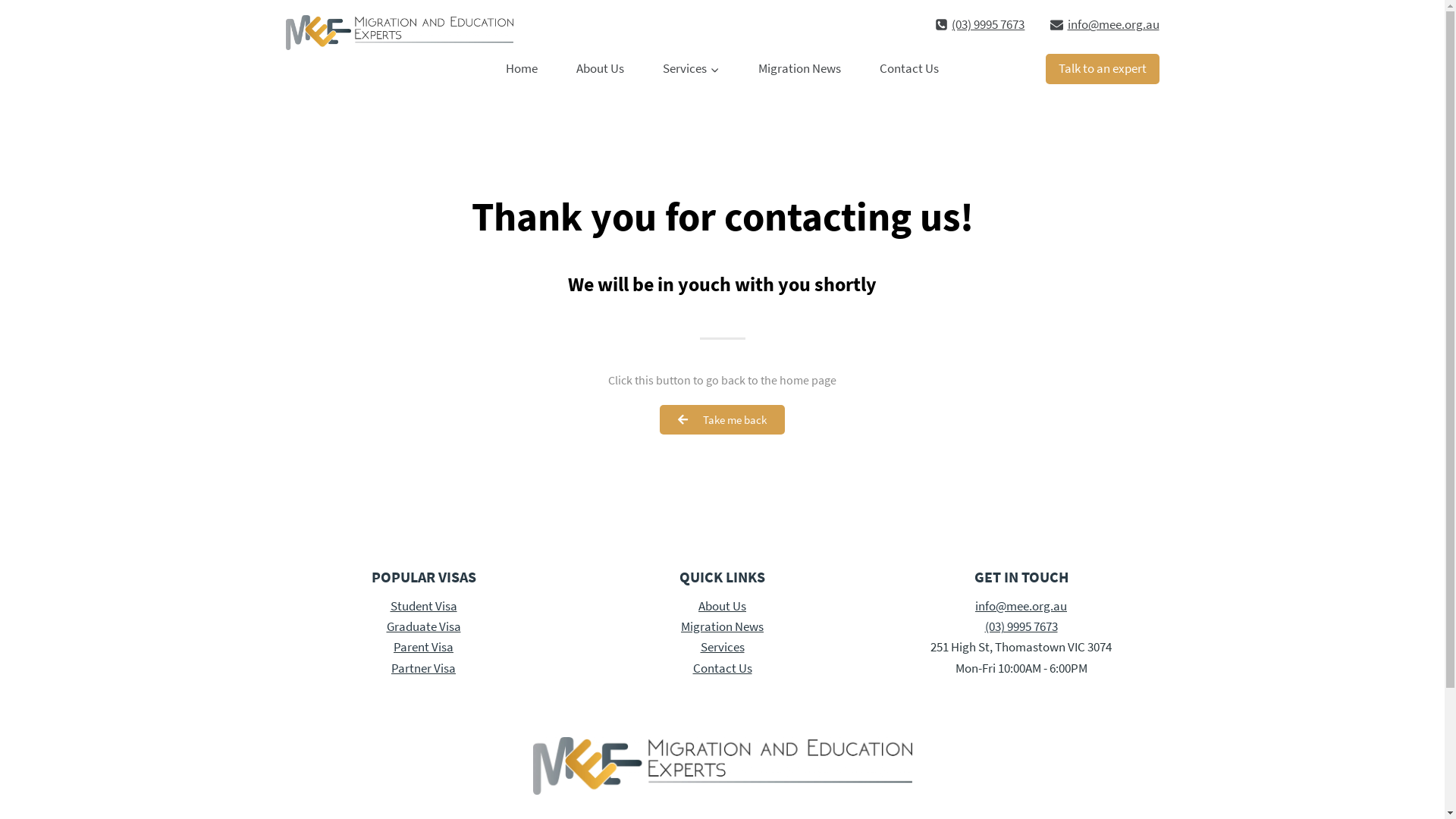 The image size is (1456, 819). I want to click on 'info@mee.org.au', so click(1104, 24).